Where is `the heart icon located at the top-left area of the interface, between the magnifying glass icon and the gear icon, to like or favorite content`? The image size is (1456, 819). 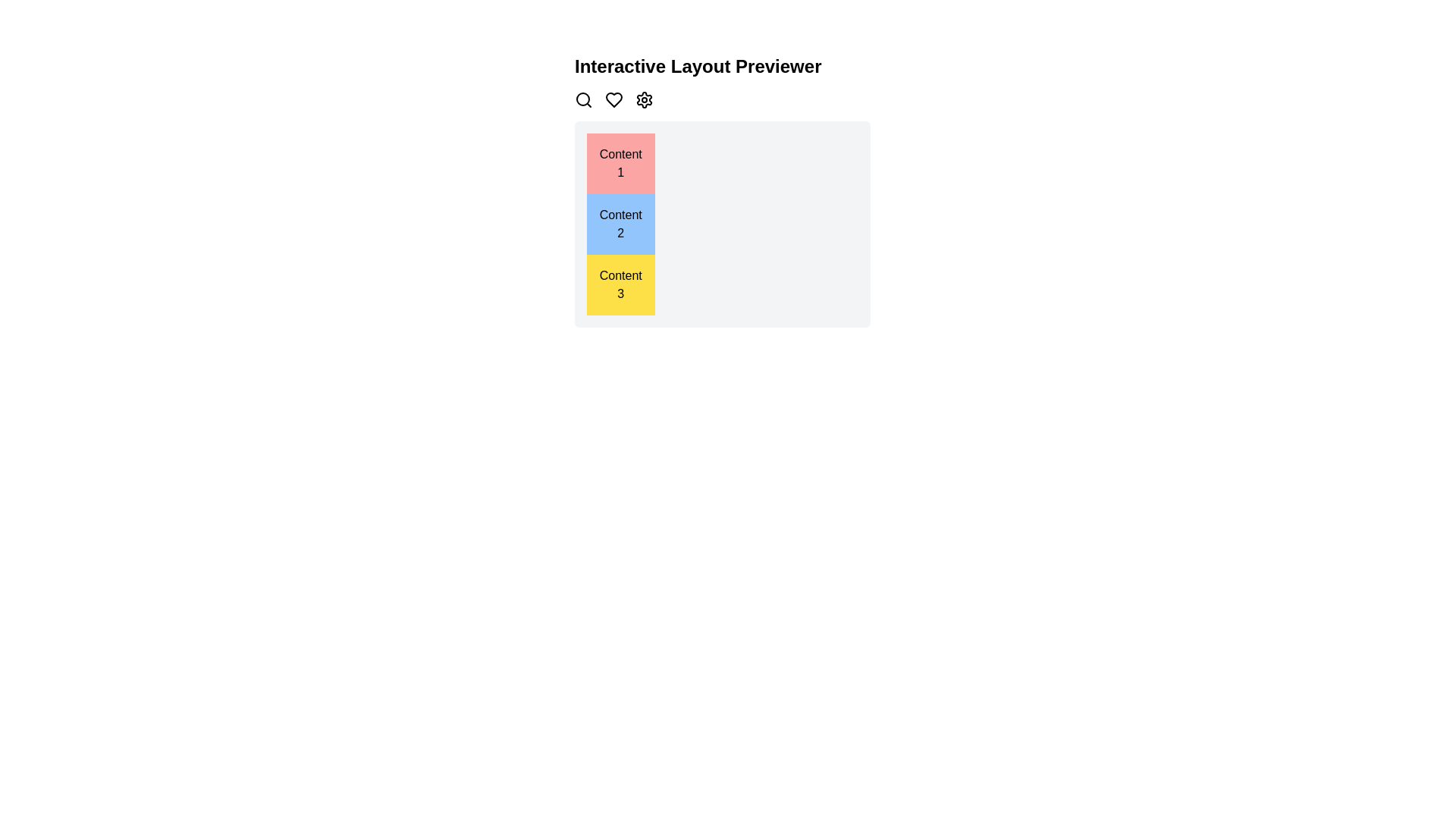 the heart icon located at the top-left area of the interface, between the magnifying glass icon and the gear icon, to like or favorite content is located at coordinates (614, 99).